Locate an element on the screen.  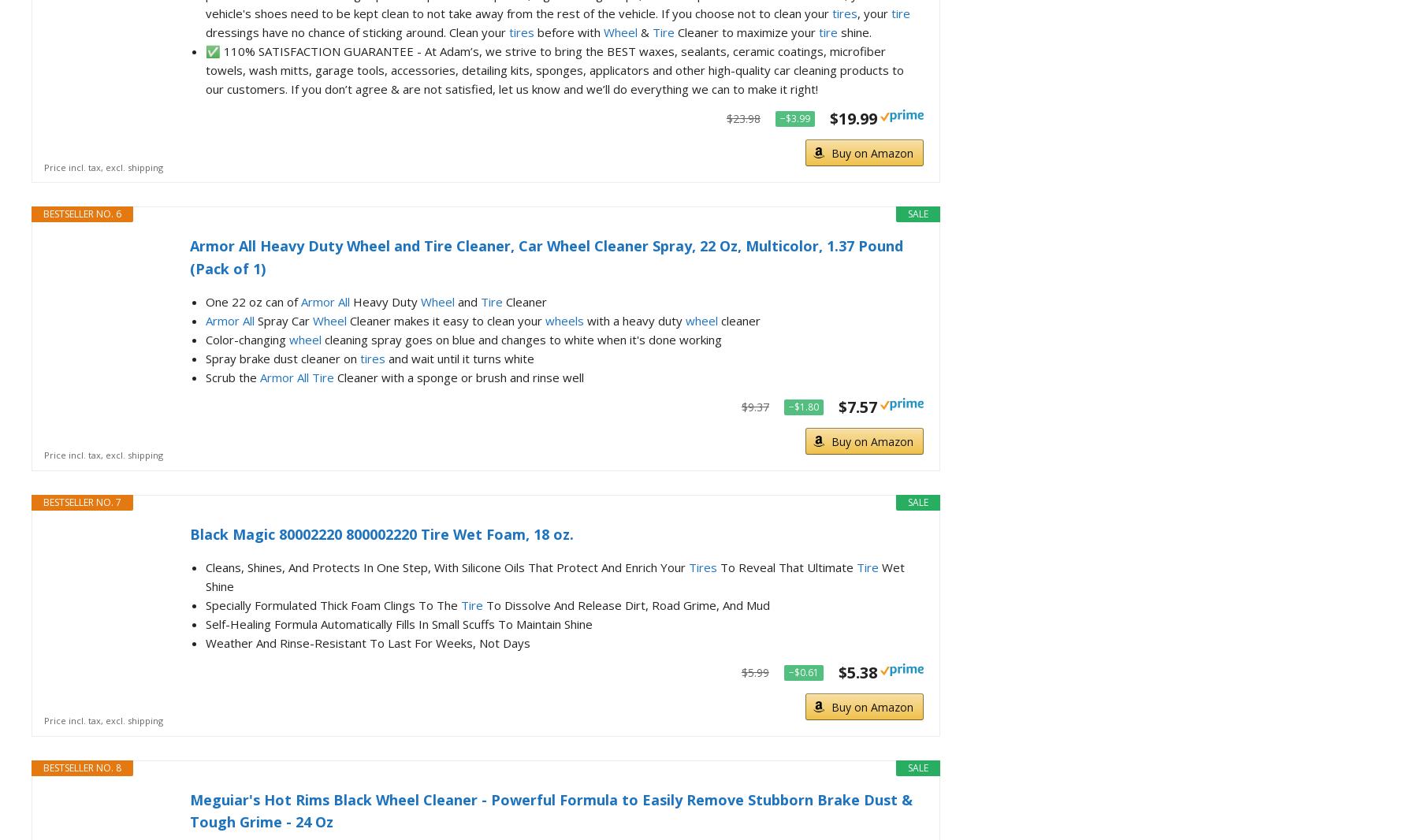
'Black Magic 80002220 800002220 Tire Wet Foam, 18 oz.' is located at coordinates (190, 533).